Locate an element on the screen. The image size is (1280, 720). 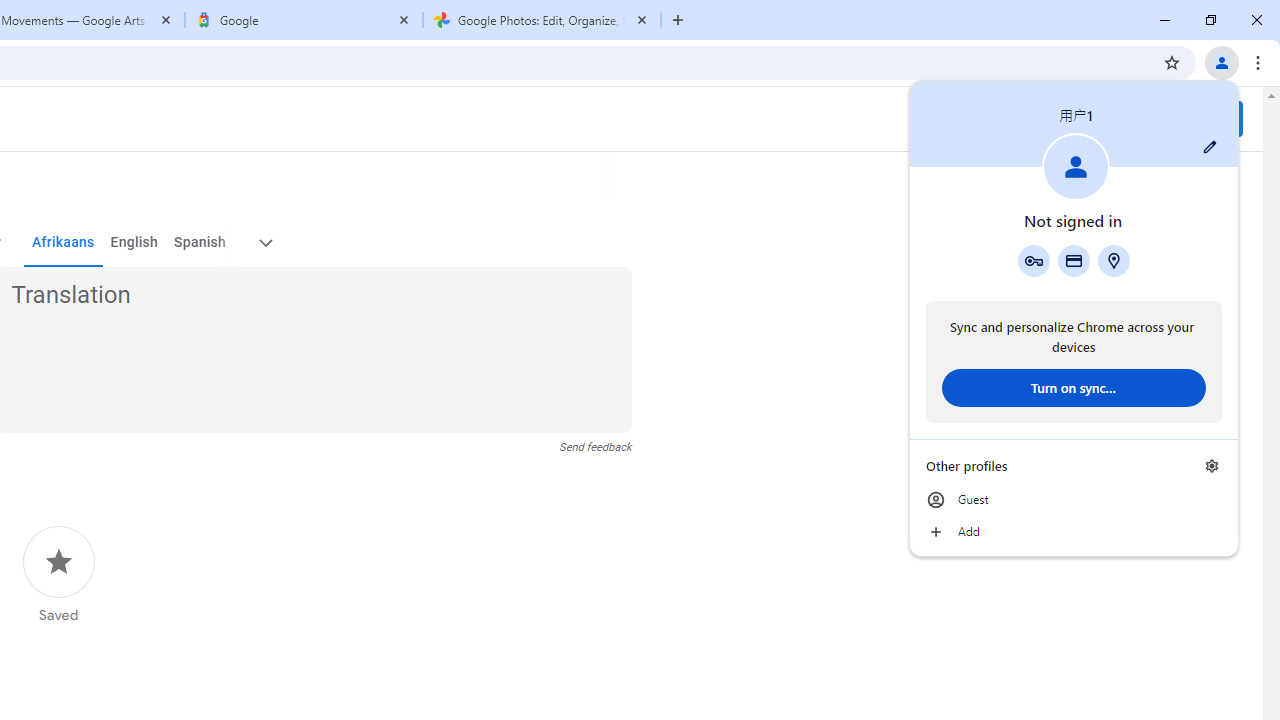
'Afrikaans' is located at coordinates (62, 242).